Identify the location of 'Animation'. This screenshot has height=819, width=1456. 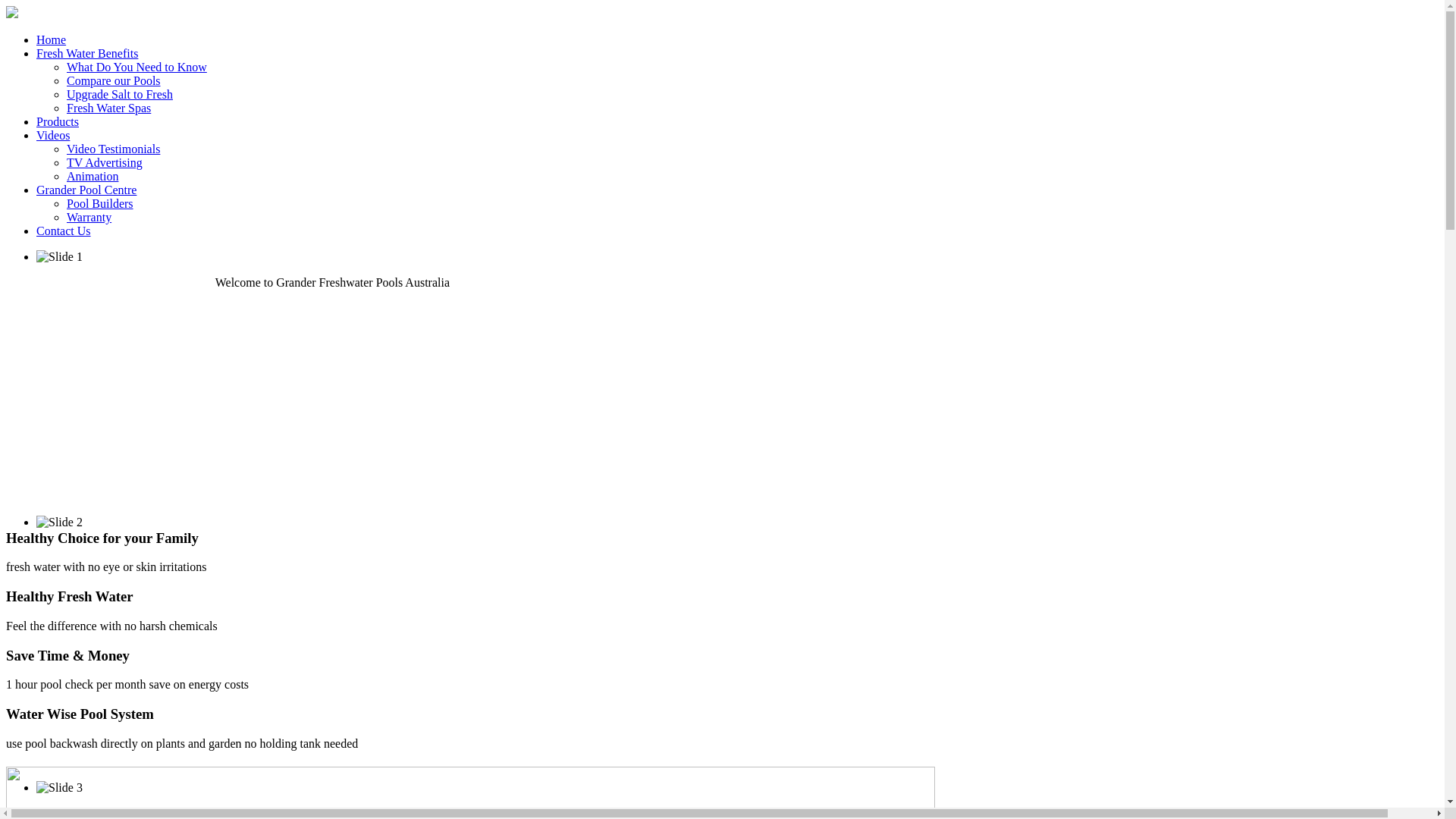
(65, 175).